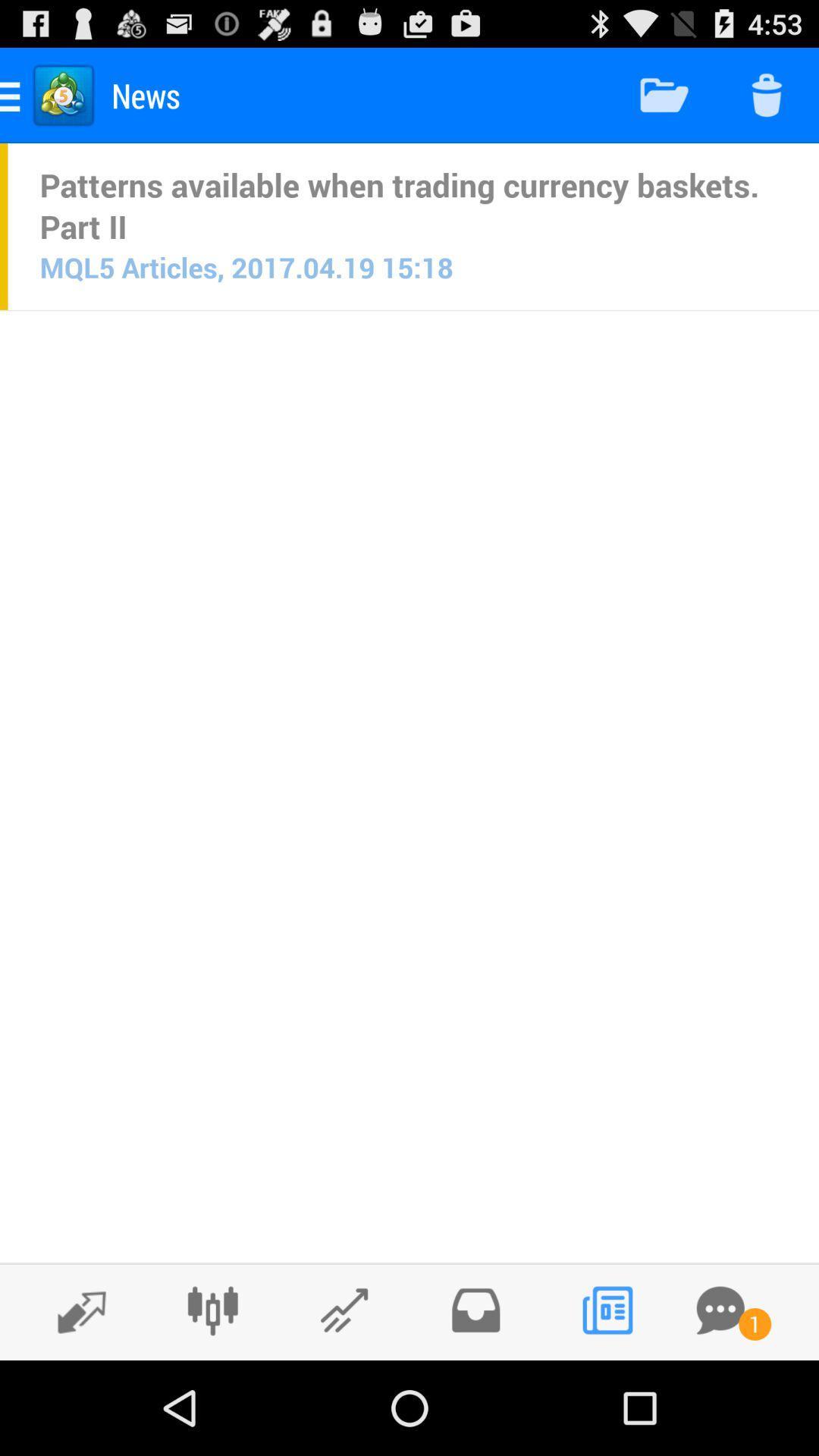 Image resolution: width=819 pixels, height=1456 pixels. I want to click on open folder, so click(475, 1310).